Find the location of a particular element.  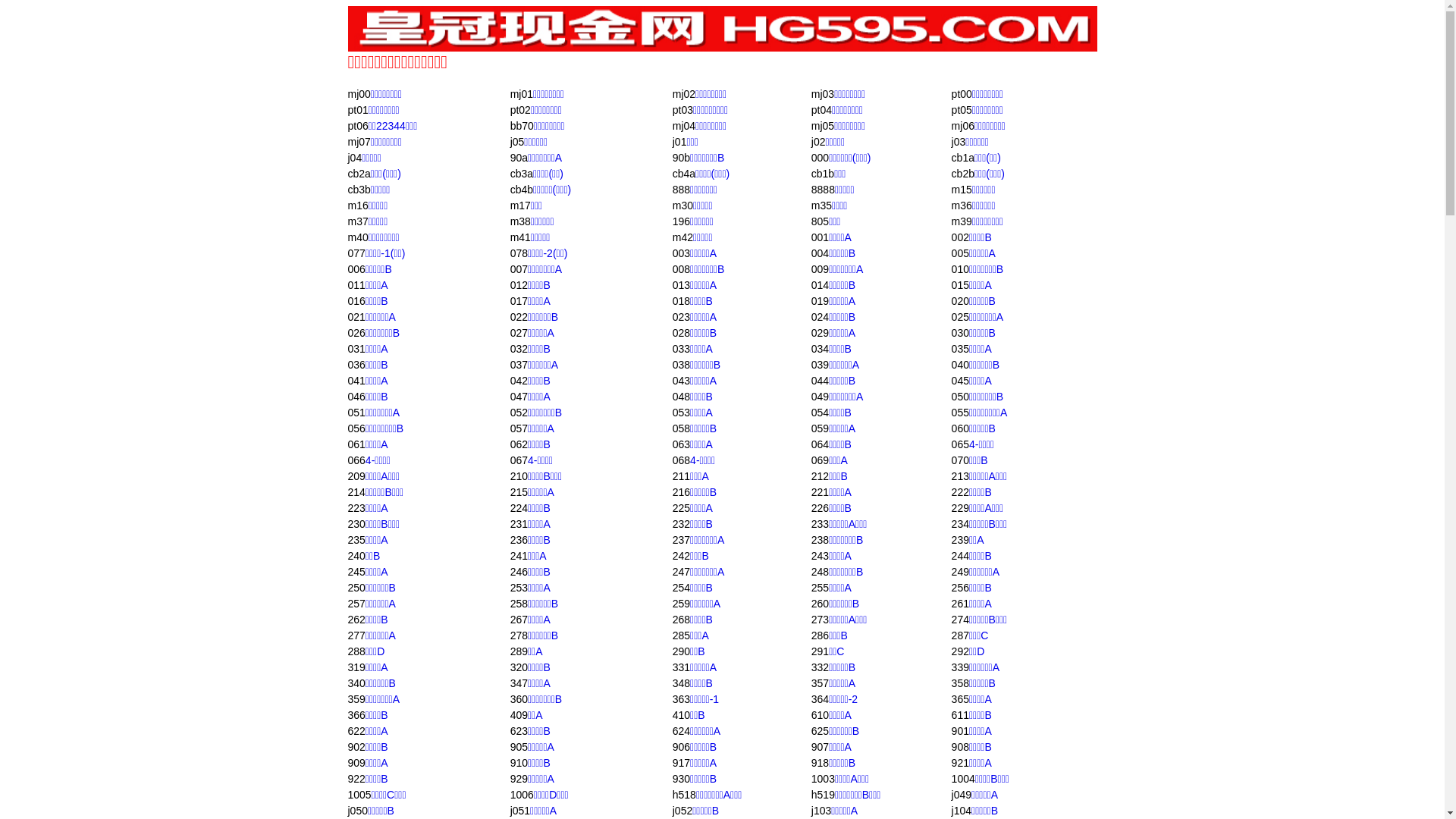

'j052' is located at coordinates (682, 809).